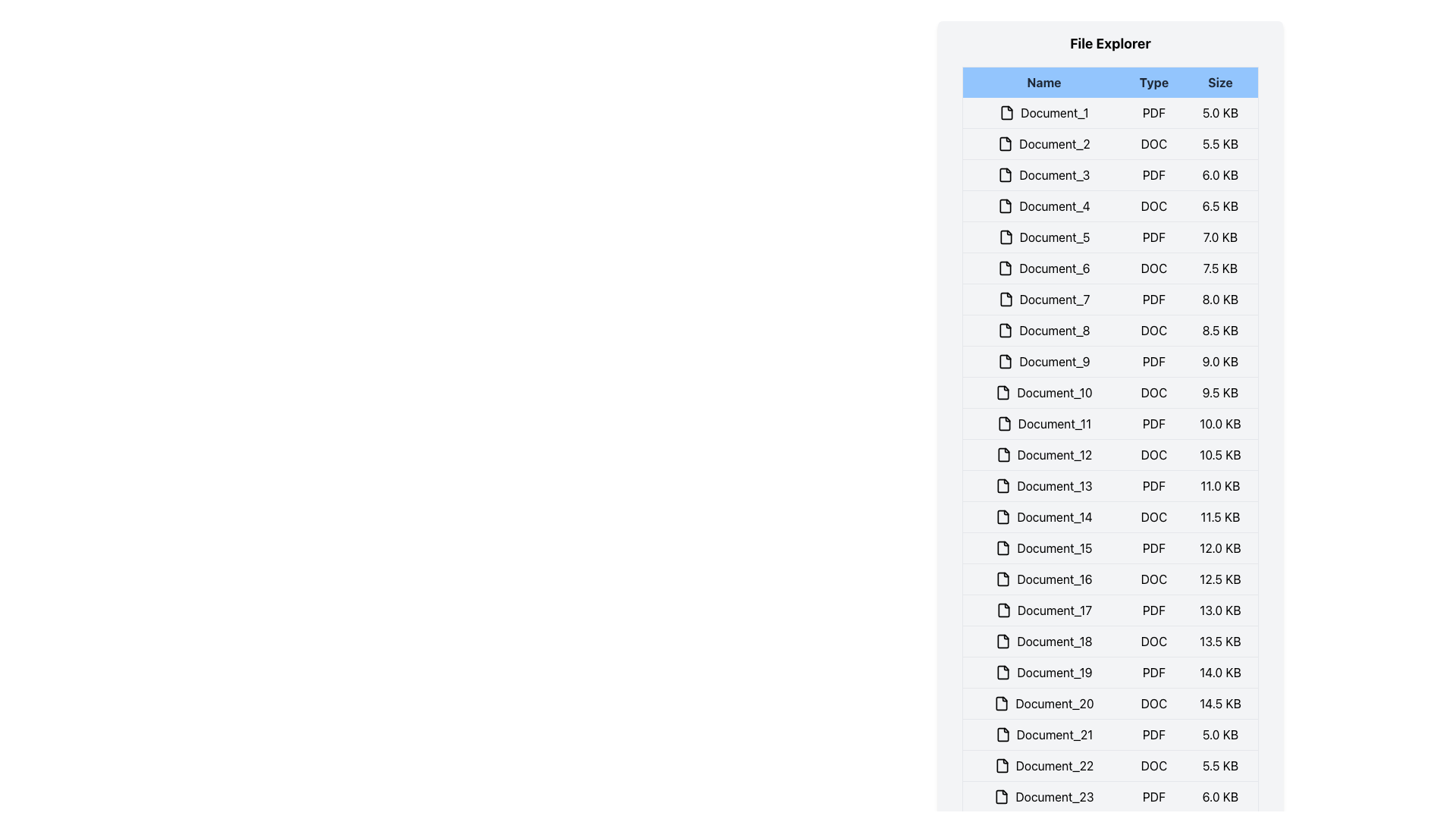  What do you see at coordinates (1110, 641) in the screenshot?
I see `the 18th file item` at bounding box center [1110, 641].